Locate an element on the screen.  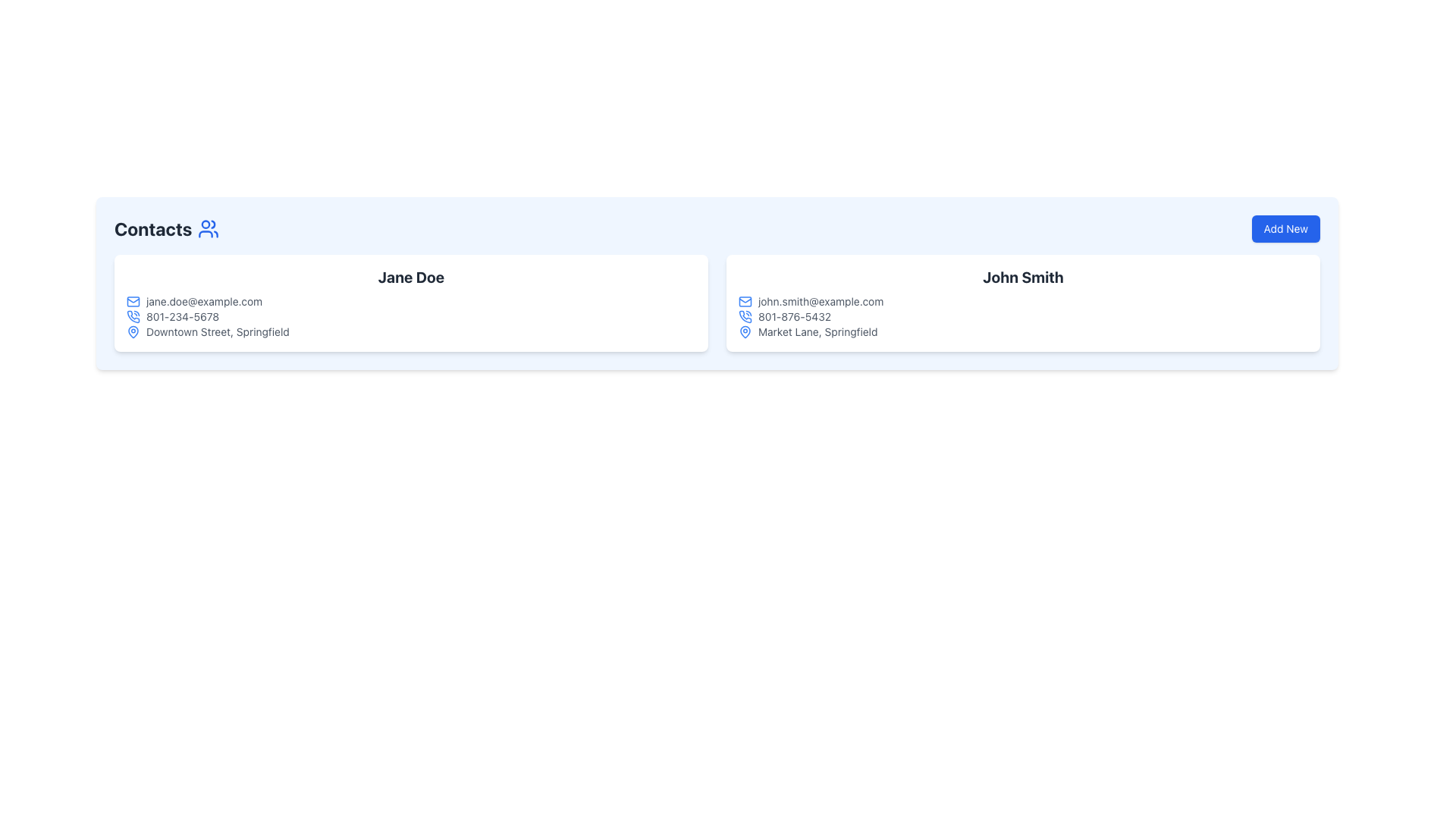
the text label displaying 'jane.doe@example.com' is located at coordinates (203, 301).